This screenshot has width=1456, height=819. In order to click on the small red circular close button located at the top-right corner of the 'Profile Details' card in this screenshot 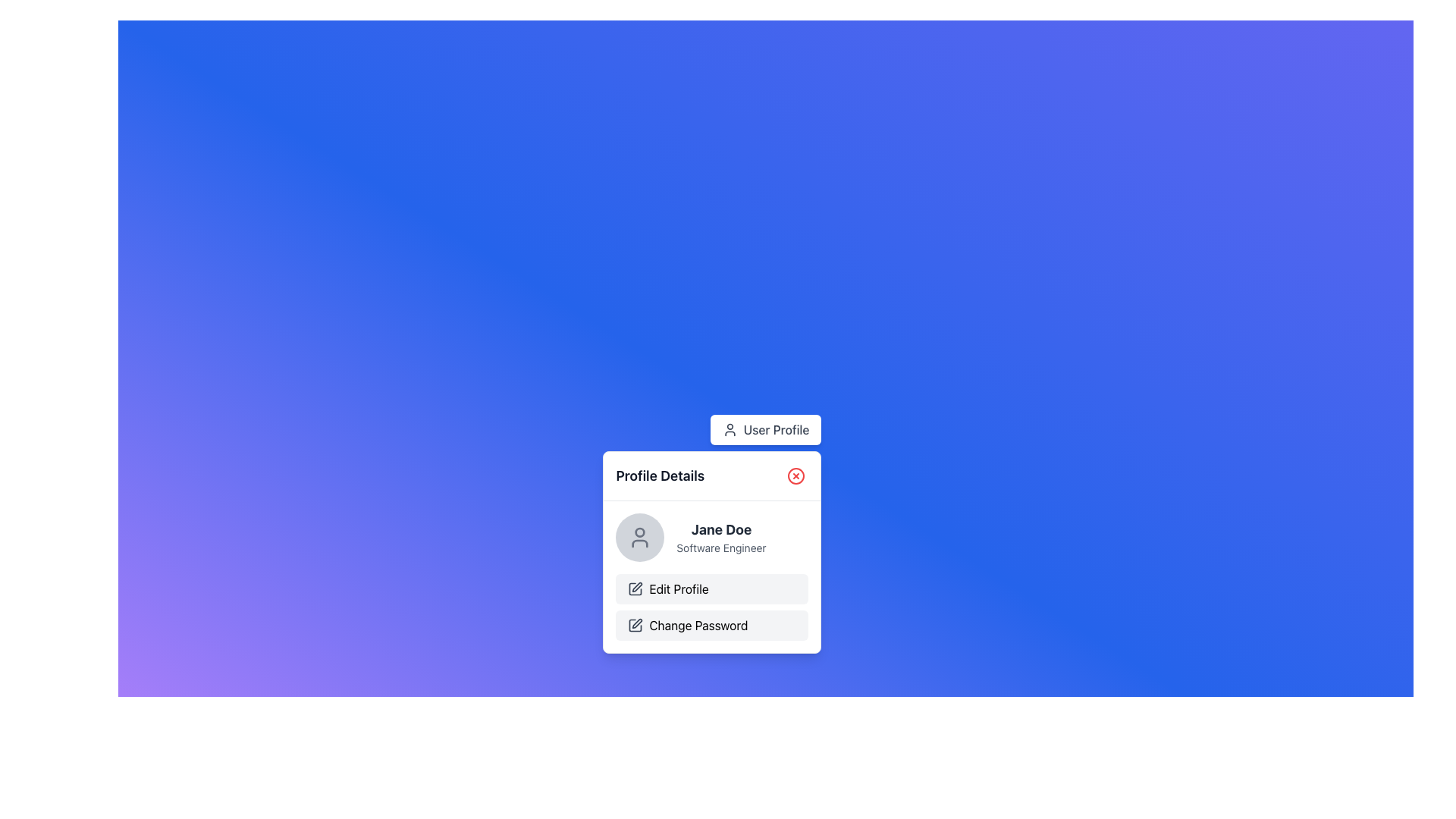, I will do `click(795, 475)`.